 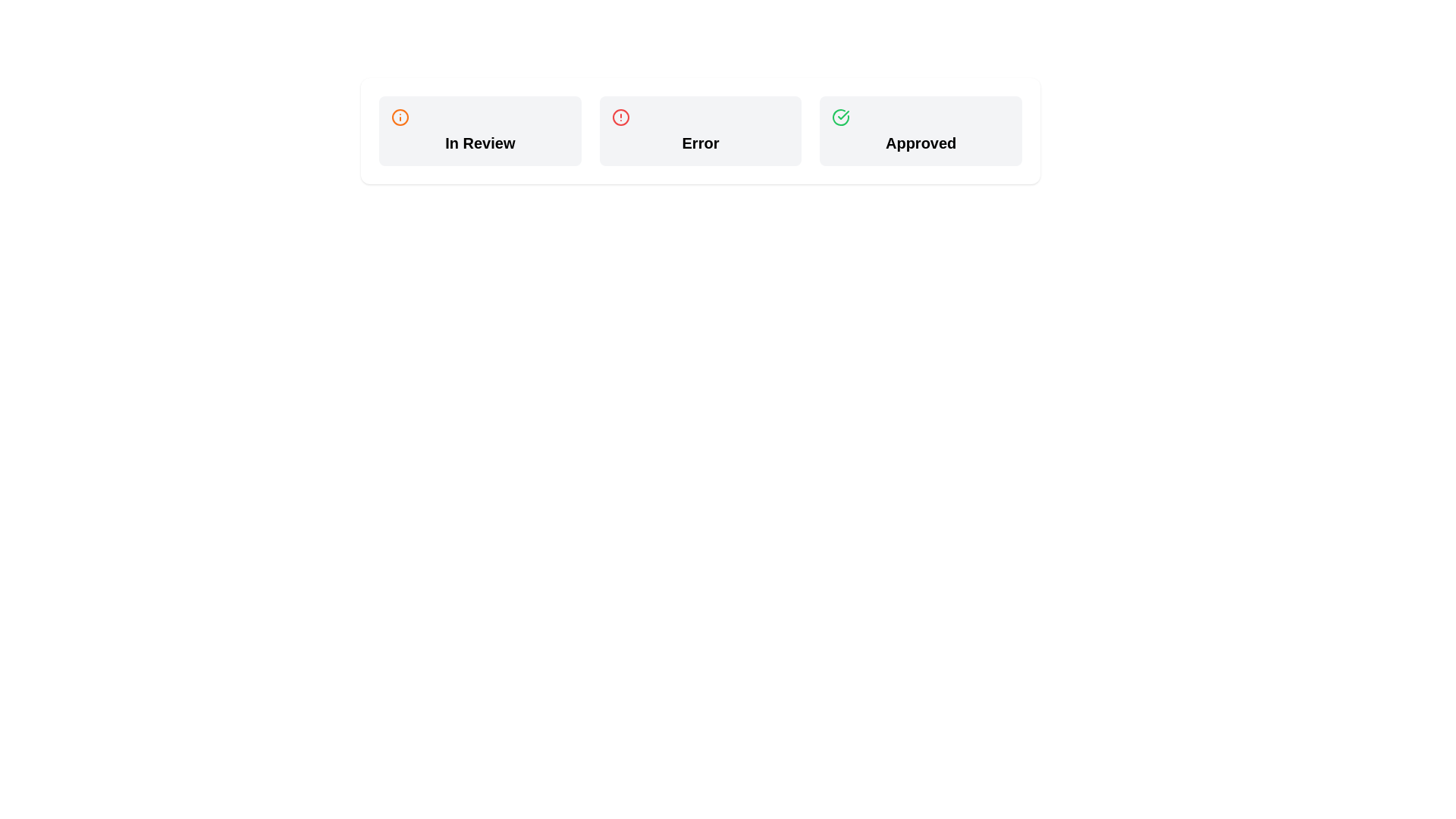 I want to click on the 'Error' text label, which is styled in bold and larger font, centrally aligned in a light gray box, located between 'In Review' and 'Approved', so click(x=699, y=143).